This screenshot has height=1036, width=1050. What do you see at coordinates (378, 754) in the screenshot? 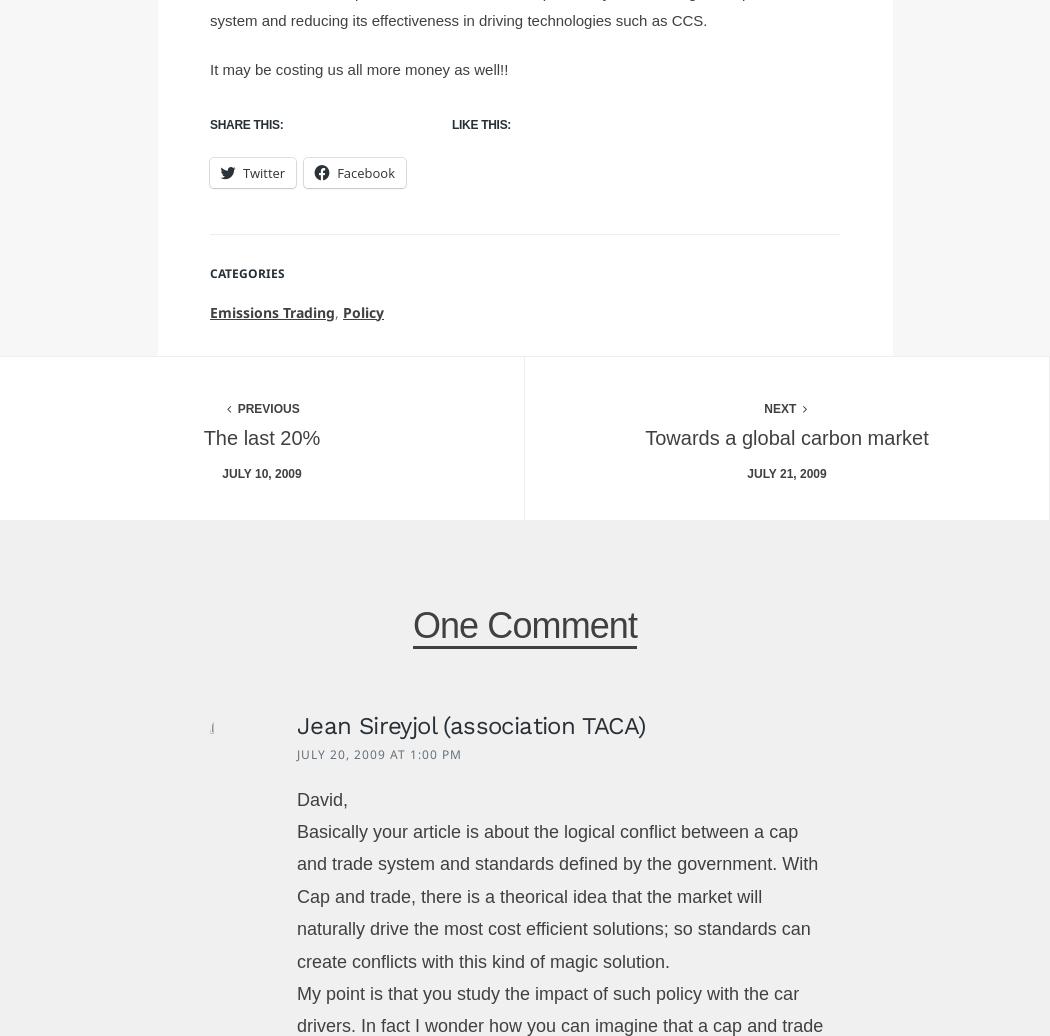
I see `'July 20, 2009 at 1:00 pm'` at bounding box center [378, 754].